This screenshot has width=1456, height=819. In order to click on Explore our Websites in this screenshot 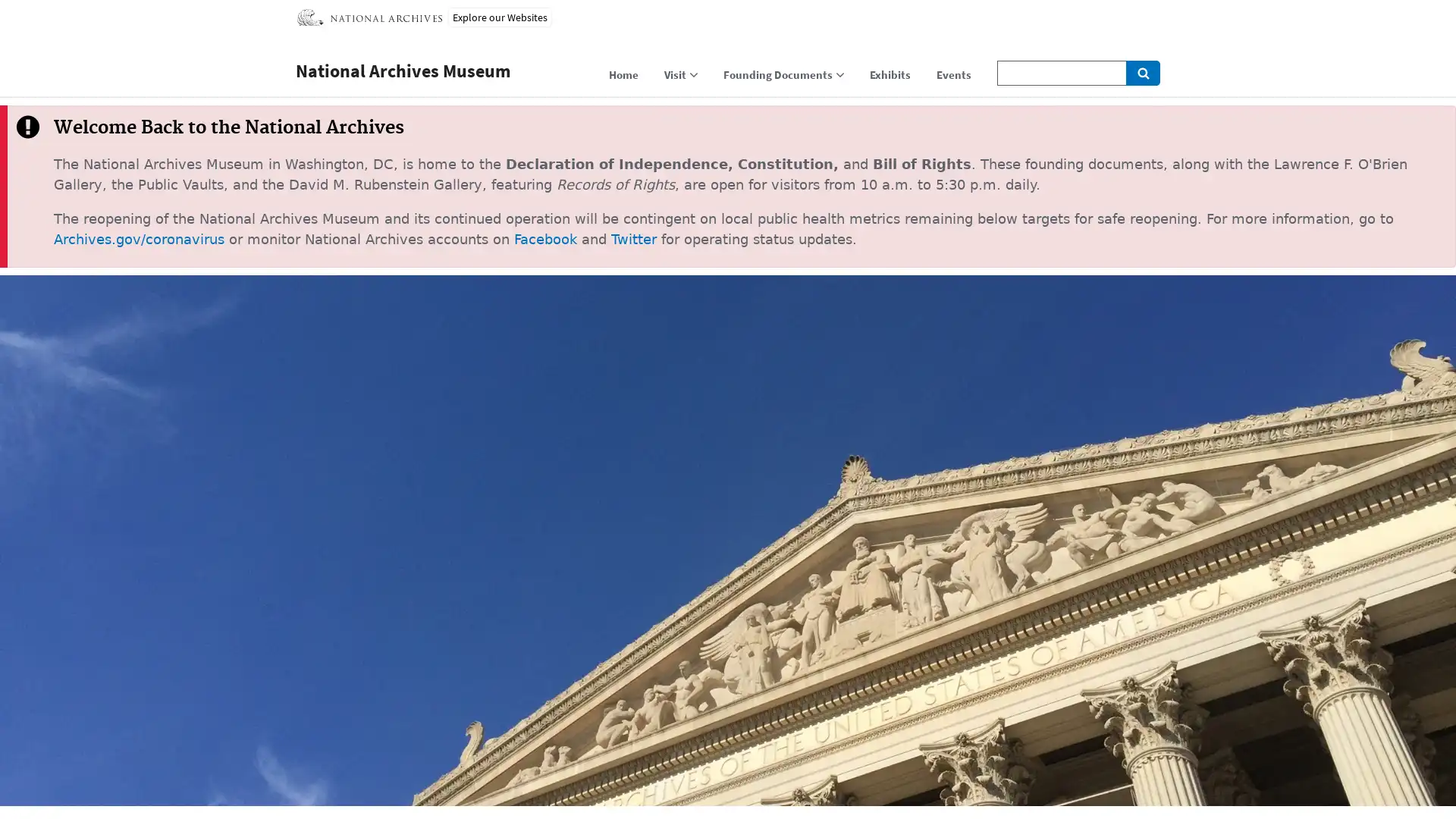, I will do `click(500, 17)`.